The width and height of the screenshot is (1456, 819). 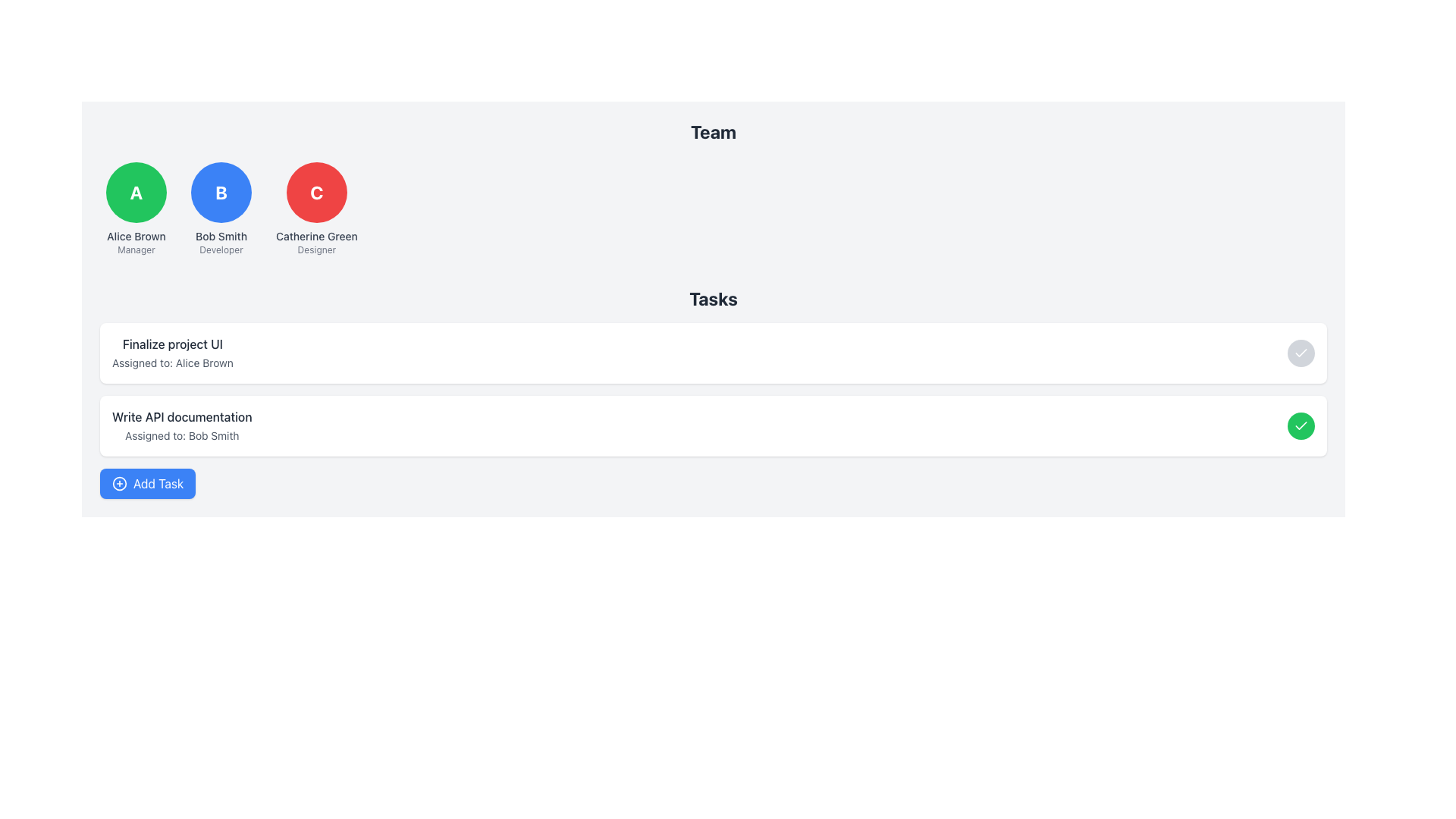 What do you see at coordinates (172, 362) in the screenshot?
I see `the Text Label that provides information about the individual assigned to the task, located beneath the task title 'Finalize project UI' in the 'Tasks' section` at bounding box center [172, 362].